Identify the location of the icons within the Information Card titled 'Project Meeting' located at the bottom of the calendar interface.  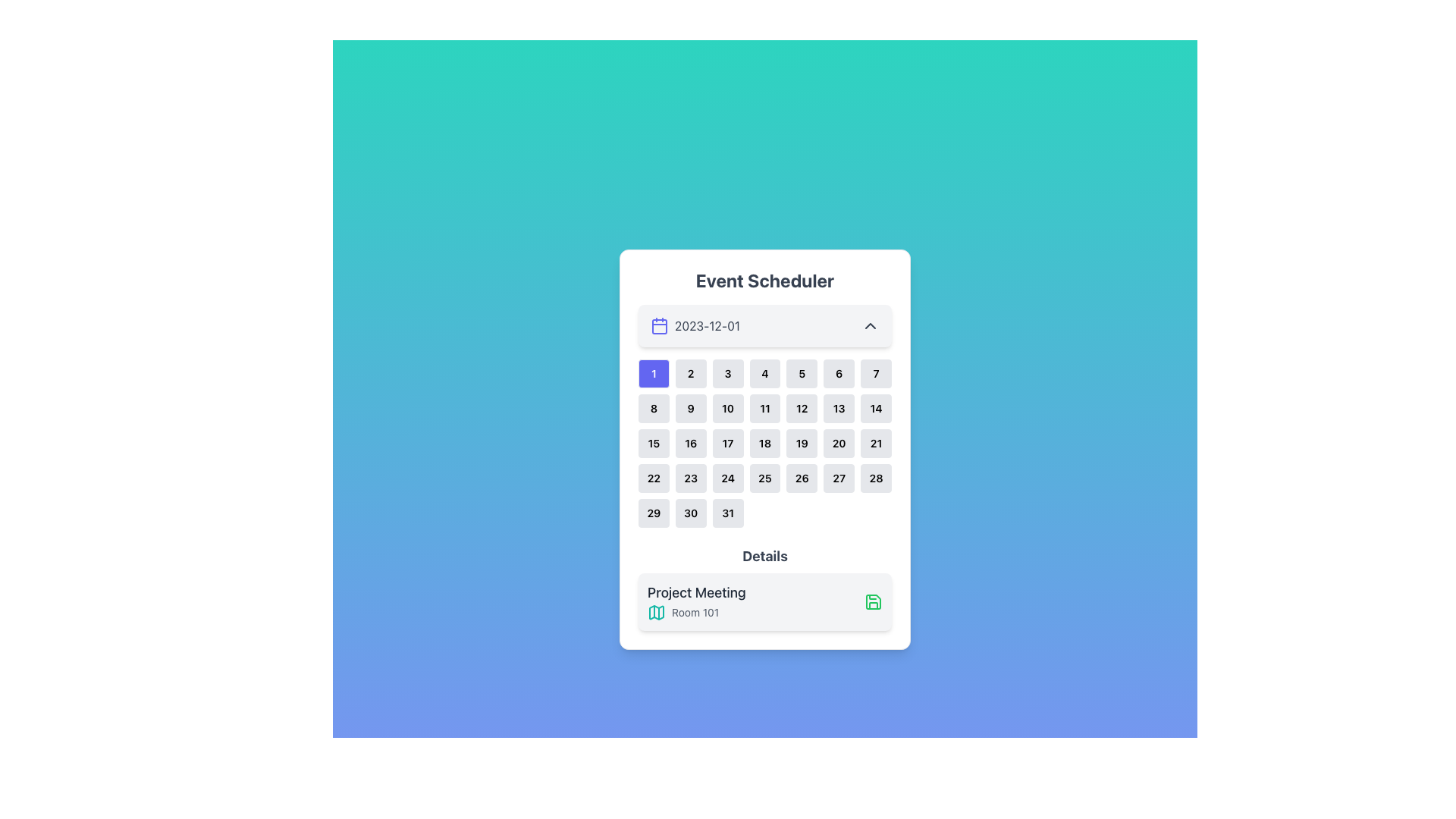
(764, 601).